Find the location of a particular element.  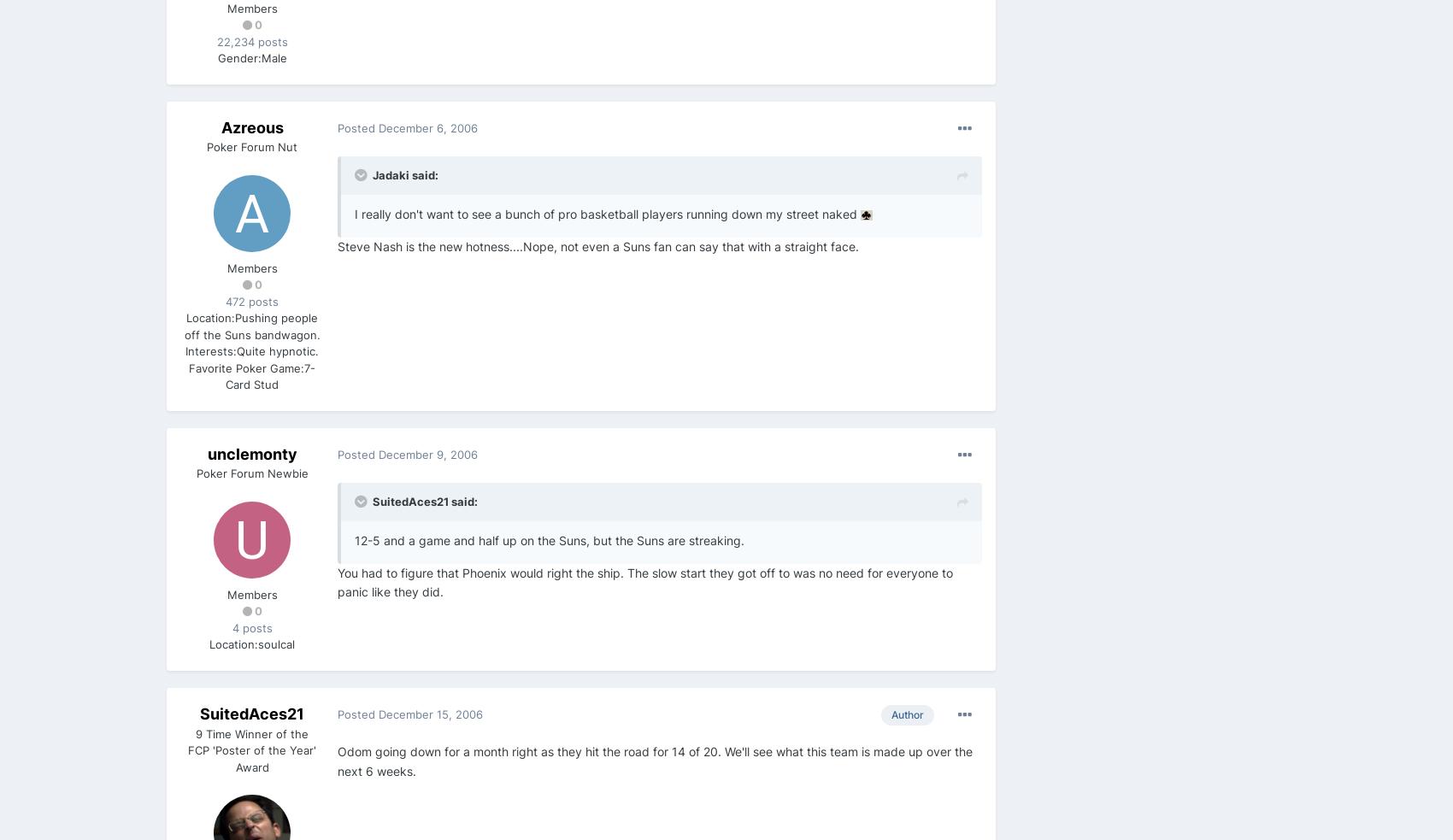

'12-5 and a game and half up on the Suns, but the Suns are streaking.' is located at coordinates (549, 539).